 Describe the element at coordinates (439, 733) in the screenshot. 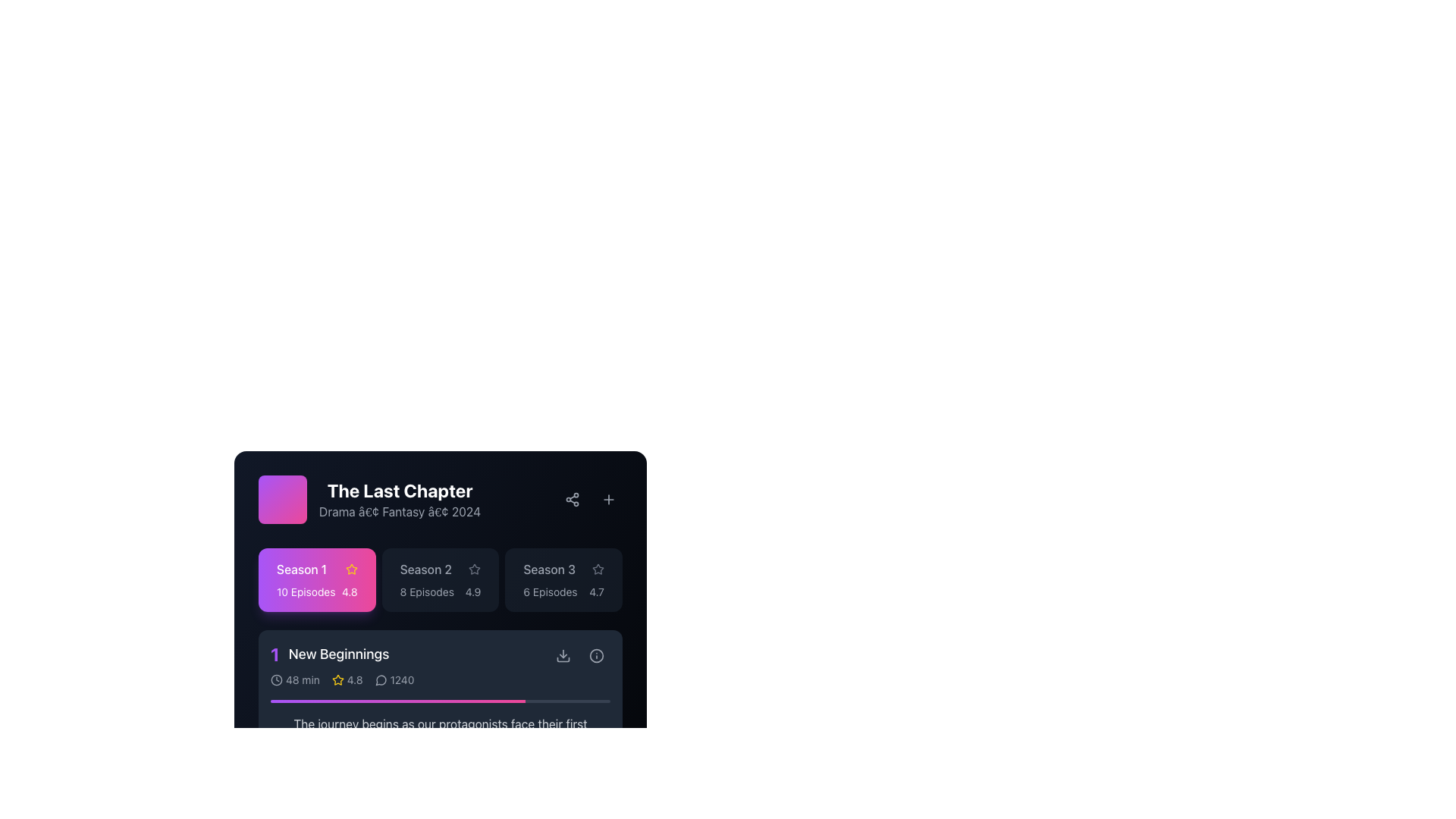

I see `the gray text label displaying 'The journey begins as our protagonists face their first challenge.', located below the progress bar and above playback and volume controls` at that location.